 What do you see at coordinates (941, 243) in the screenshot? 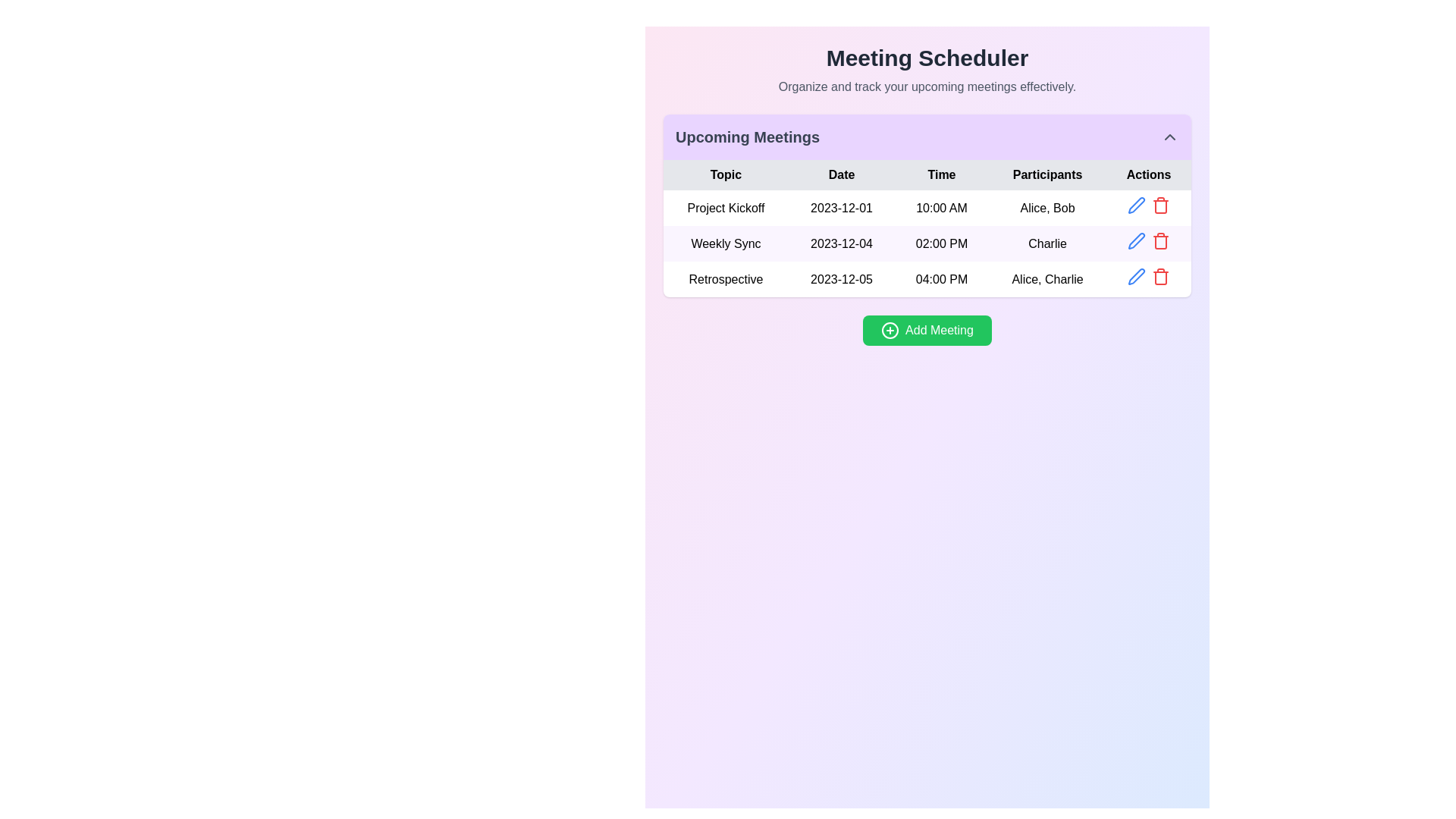
I see `the static text element displaying '02:00 PM' that indicates the time for the 'Weekly Sync' meeting on 2023-12-04` at bounding box center [941, 243].